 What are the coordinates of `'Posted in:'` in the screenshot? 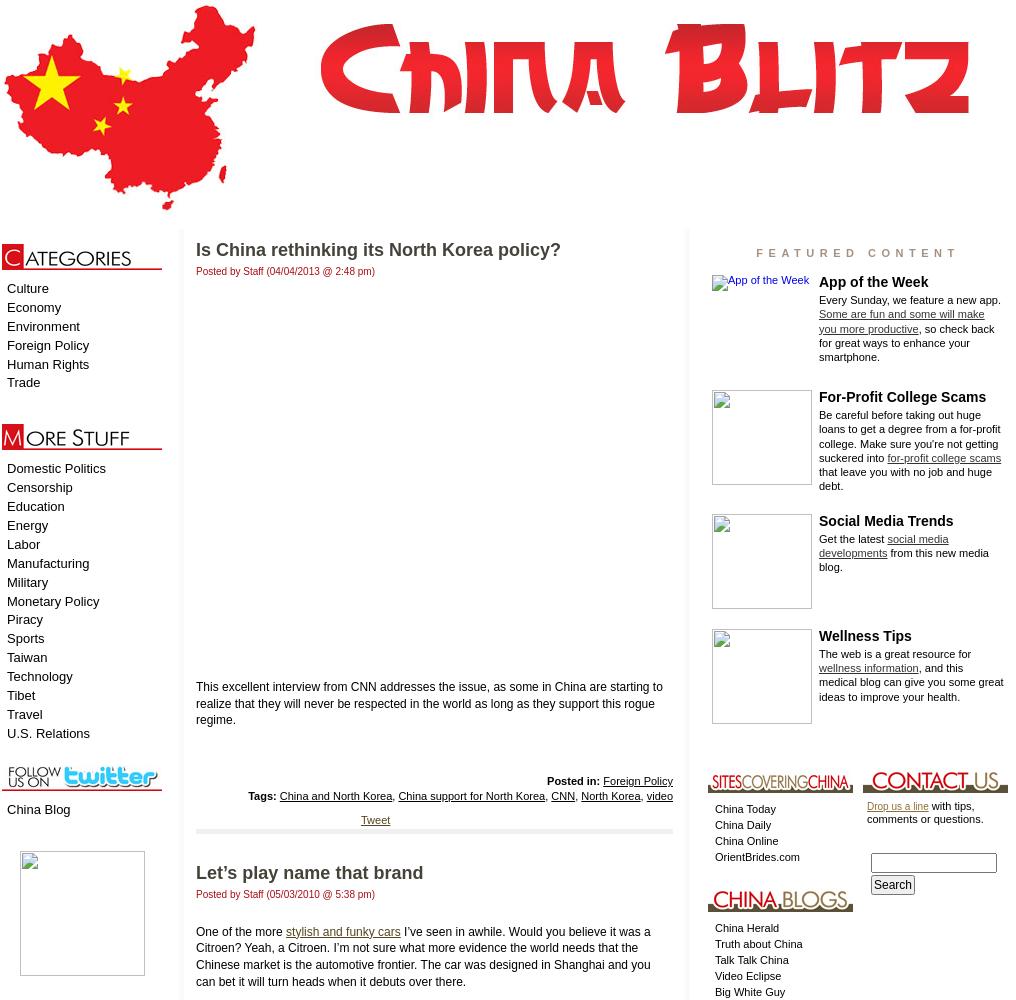 It's located at (573, 780).